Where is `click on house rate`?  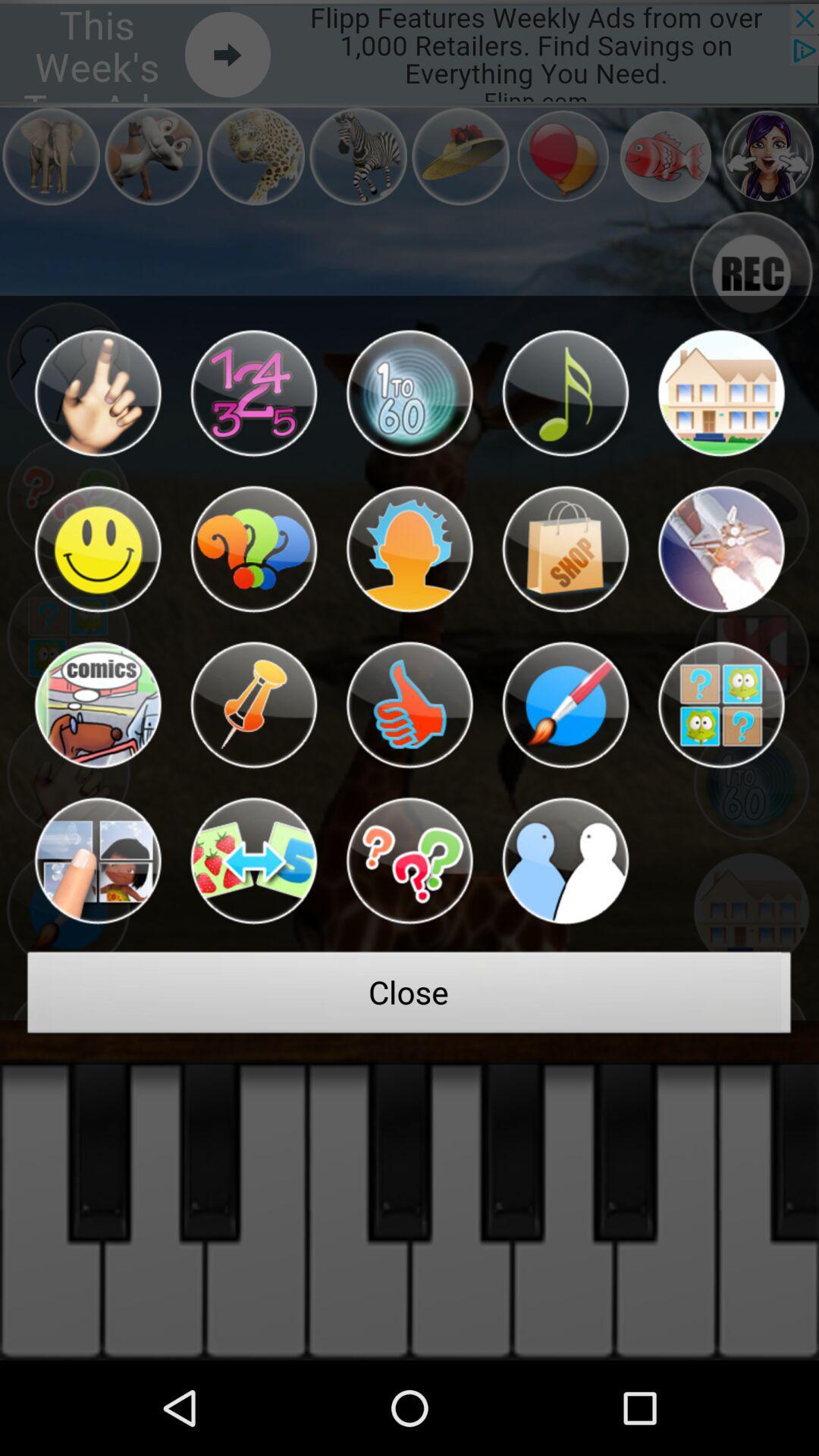
click on house rate is located at coordinates (720, 393).